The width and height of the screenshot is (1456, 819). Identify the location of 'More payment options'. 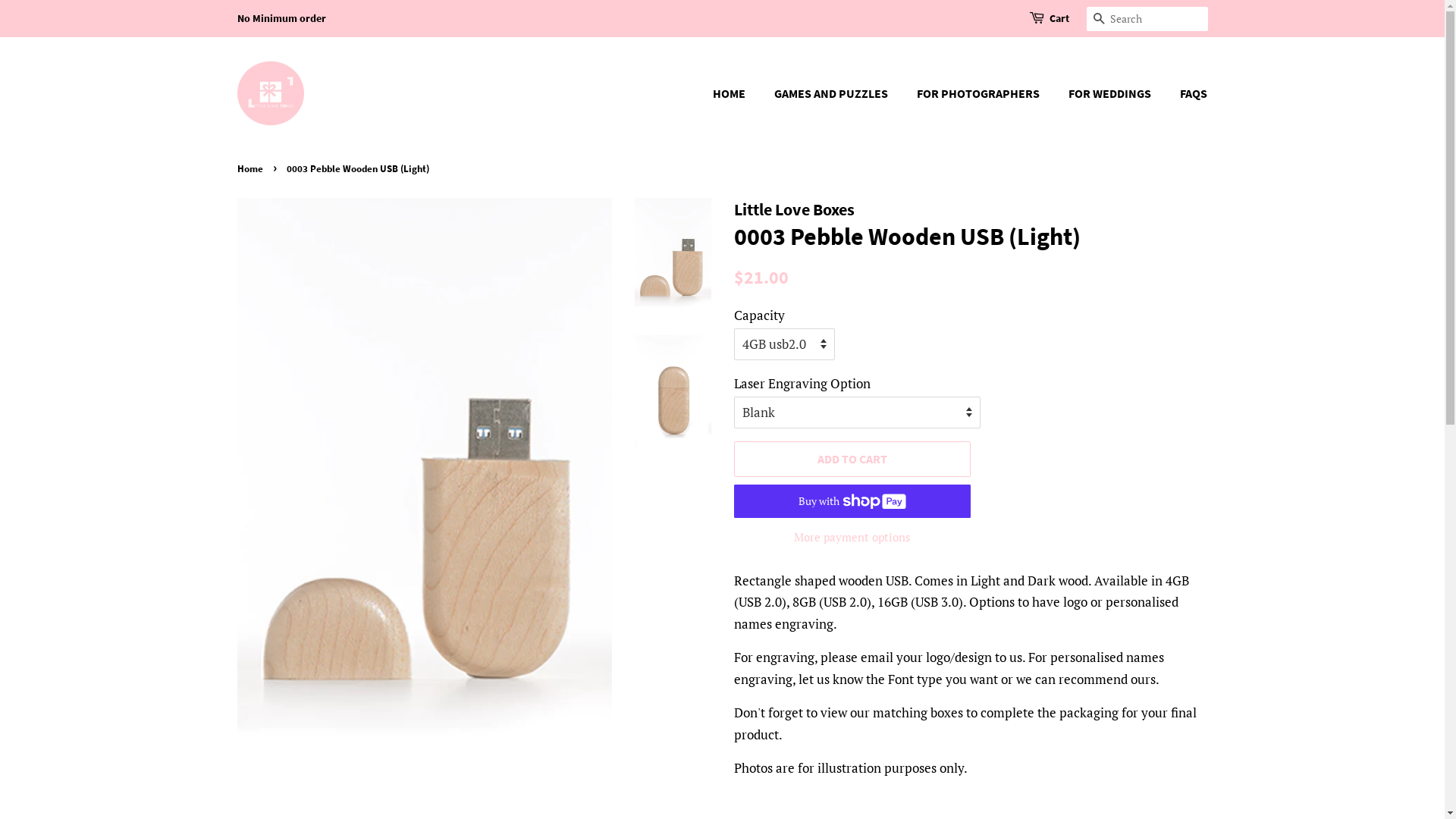
(852, 535).